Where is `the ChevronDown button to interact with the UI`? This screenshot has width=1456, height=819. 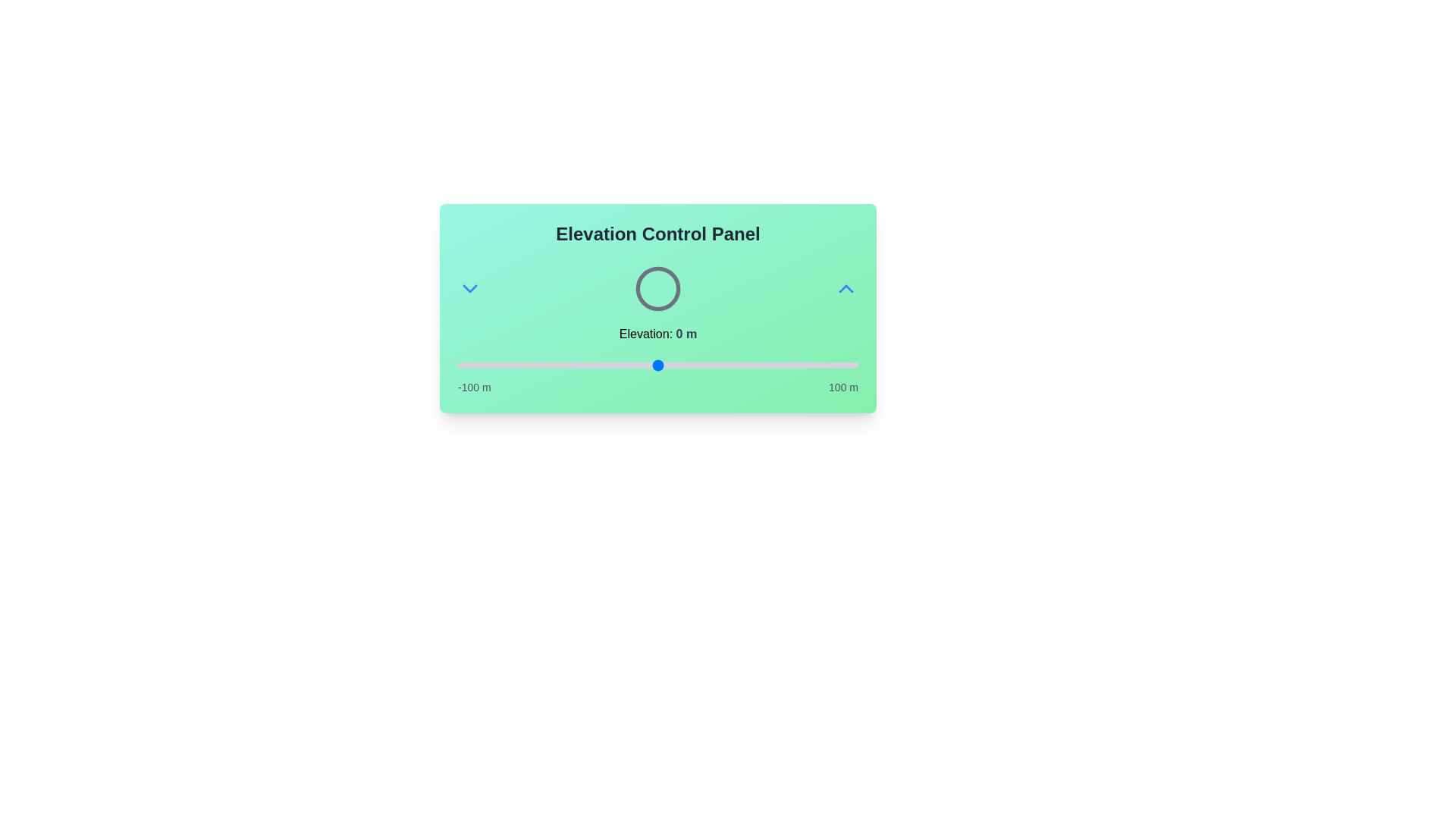 the ChevronDown button to interact with the UI is located at coordinates (469, 289).